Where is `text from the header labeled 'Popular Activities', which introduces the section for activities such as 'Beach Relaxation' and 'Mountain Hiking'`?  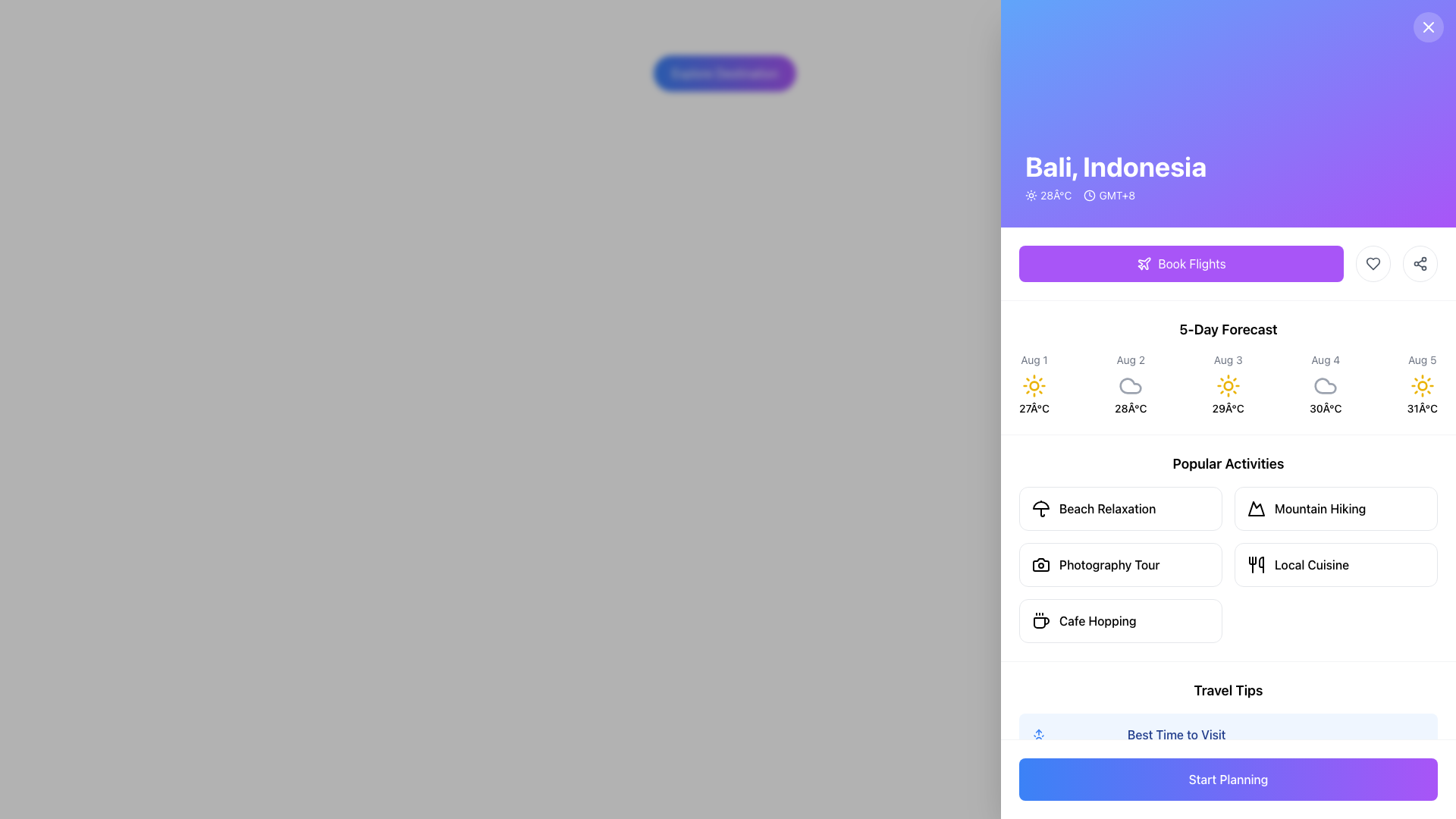 text from the header labeled 'Popular Activities', which introduces the section for activities such as 'Beach Relaxation' and 'Mountain Hiking' is located at coordinates (1228, 463).